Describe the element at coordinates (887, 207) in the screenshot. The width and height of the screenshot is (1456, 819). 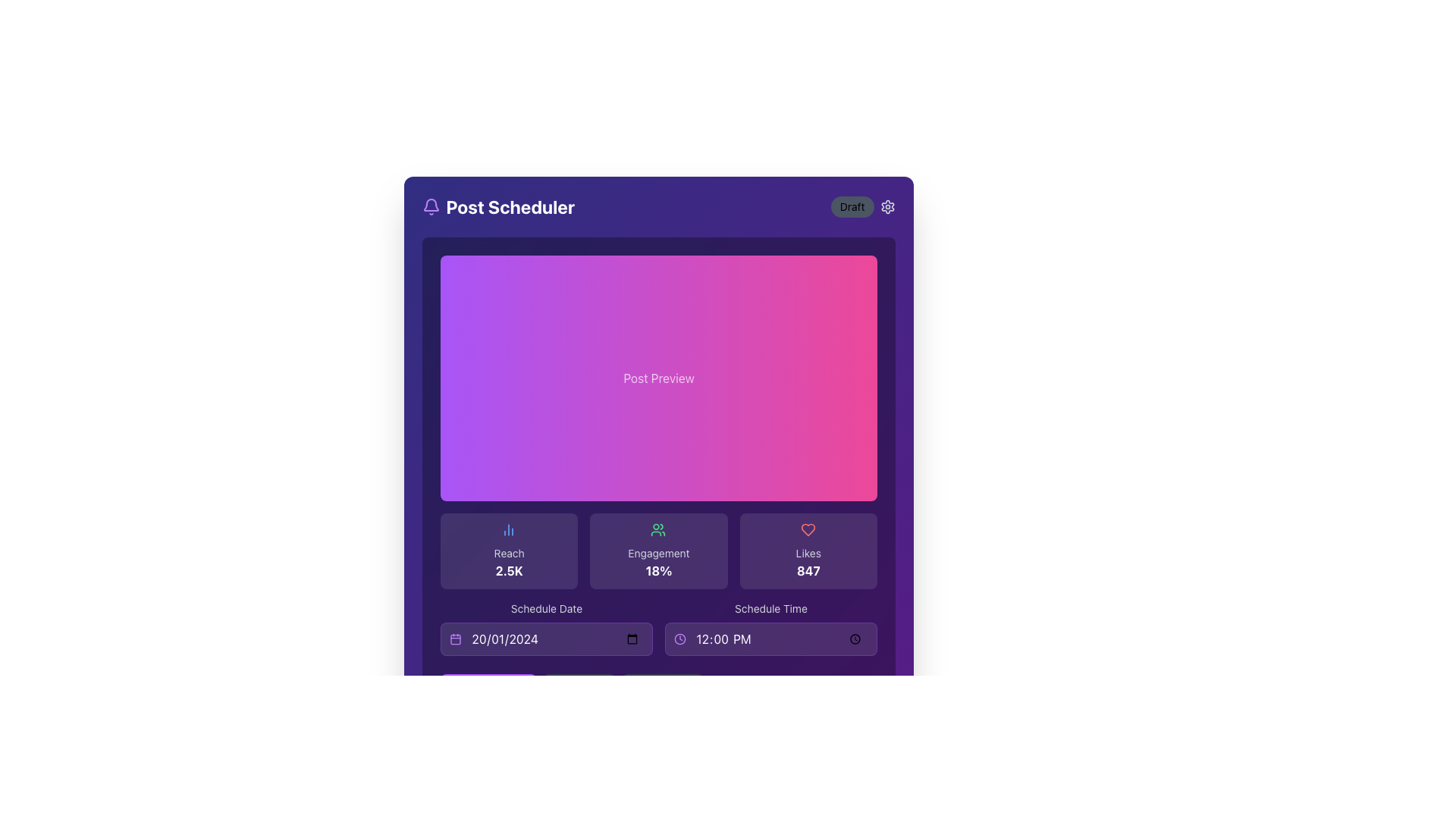
I see `the gear-shaped settings icon located in the upper right corner of the panel` at that location.